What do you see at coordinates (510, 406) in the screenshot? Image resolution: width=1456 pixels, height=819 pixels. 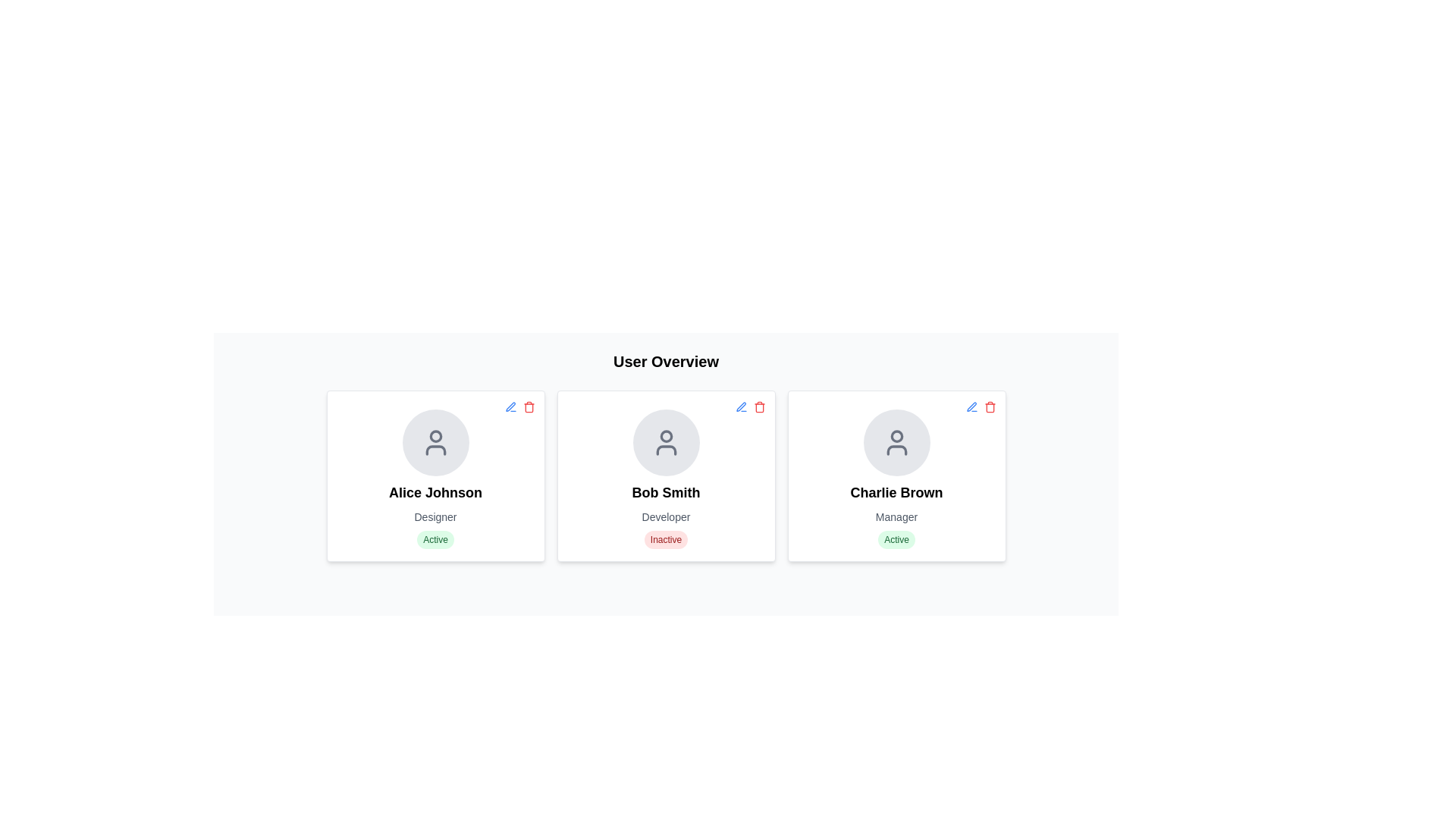 I see `the edit action button located at the top-right corner of the card labeled 'Alice Johnson'` at bounding box center [510, 406].